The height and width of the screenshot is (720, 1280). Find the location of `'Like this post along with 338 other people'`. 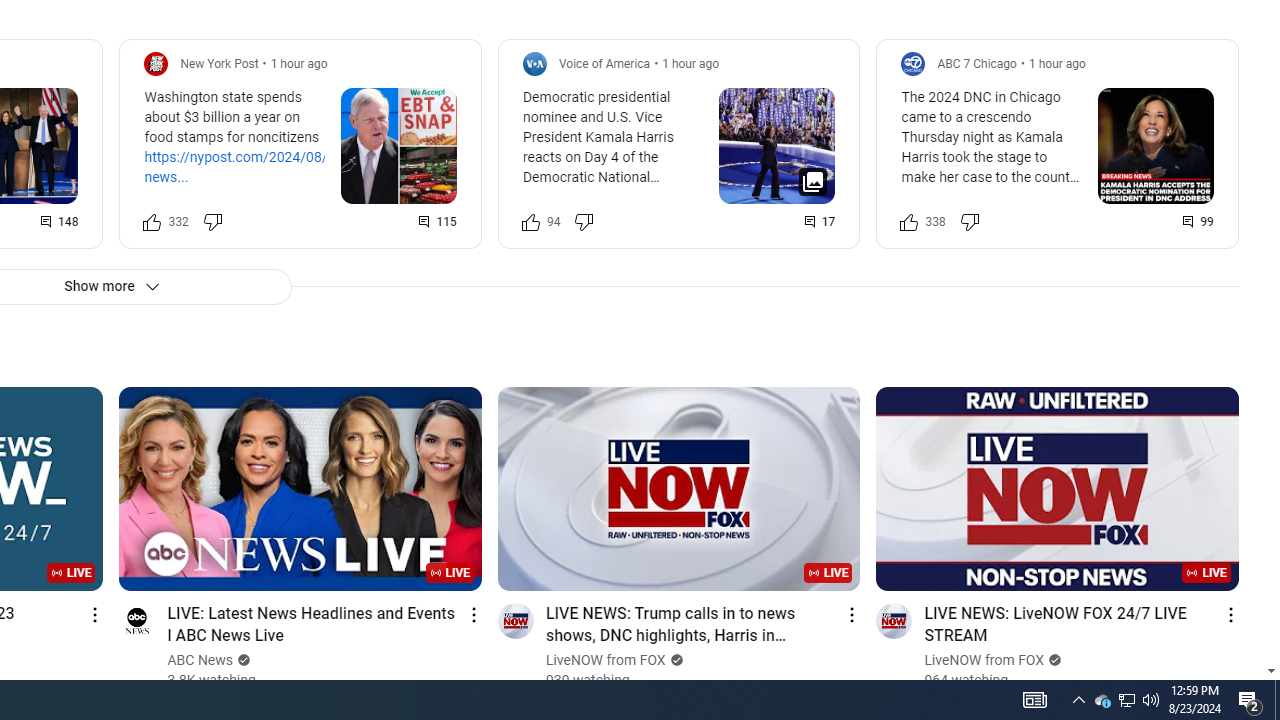

'Like this post along with 338 other people' is located at coordinates (908, 221).